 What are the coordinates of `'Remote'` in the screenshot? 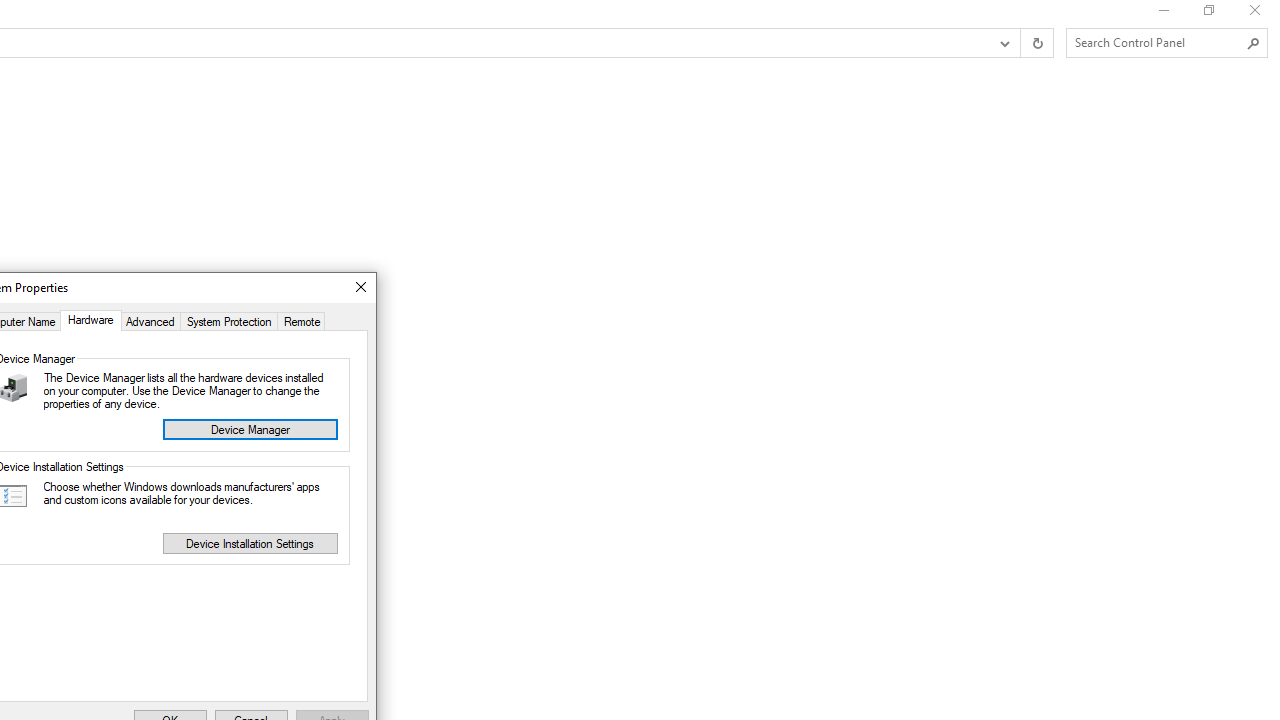 It's located at (301, 319).